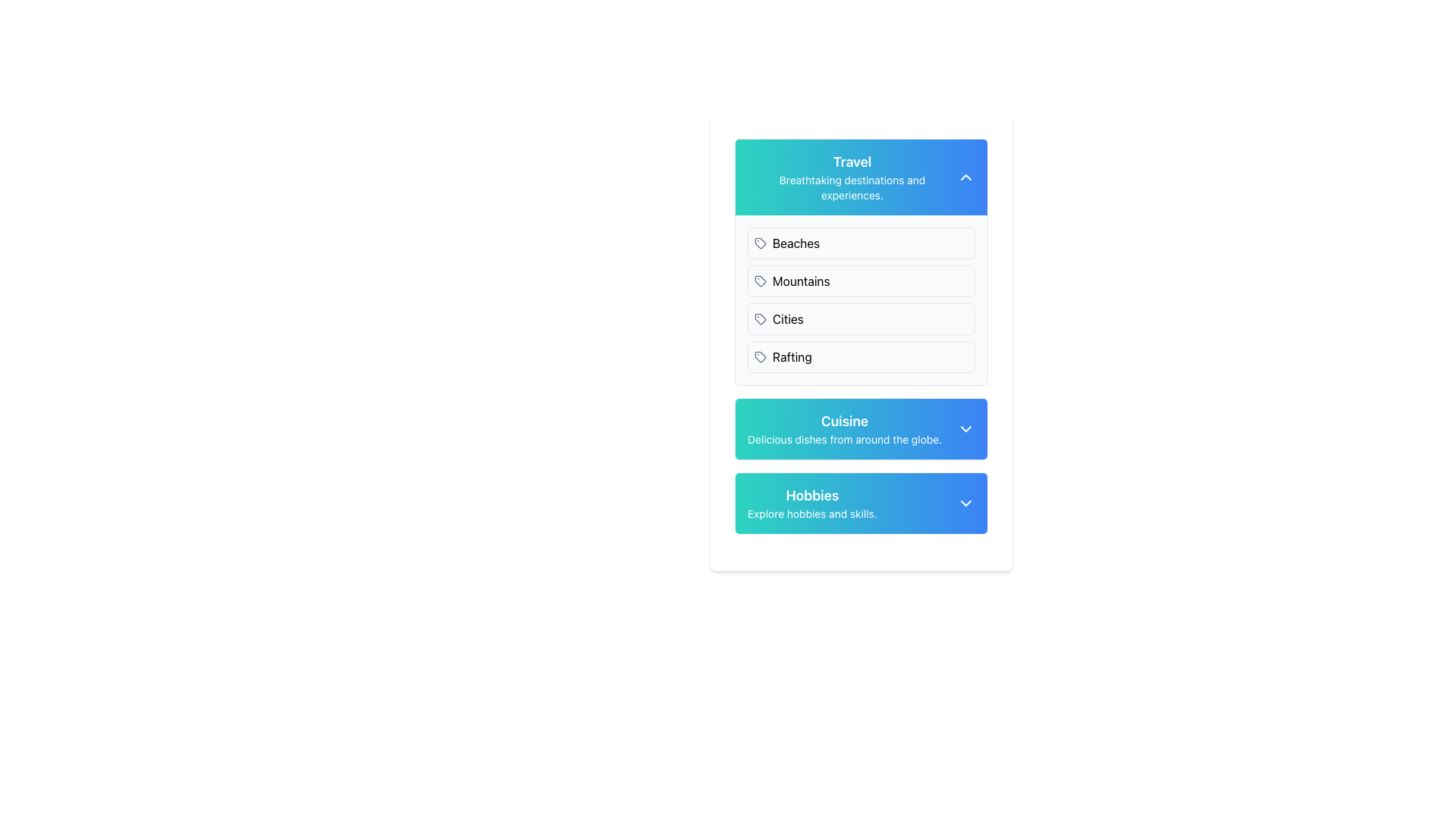 This screenshot has height=819, width=1456. I want to click on the Text Label that displays 'Hobbies' in a larger bold font and 'Explore hobbies and skills' in a smaller font, located below the 'Cuisine' section and above an arrow icon, so click(811, 503).